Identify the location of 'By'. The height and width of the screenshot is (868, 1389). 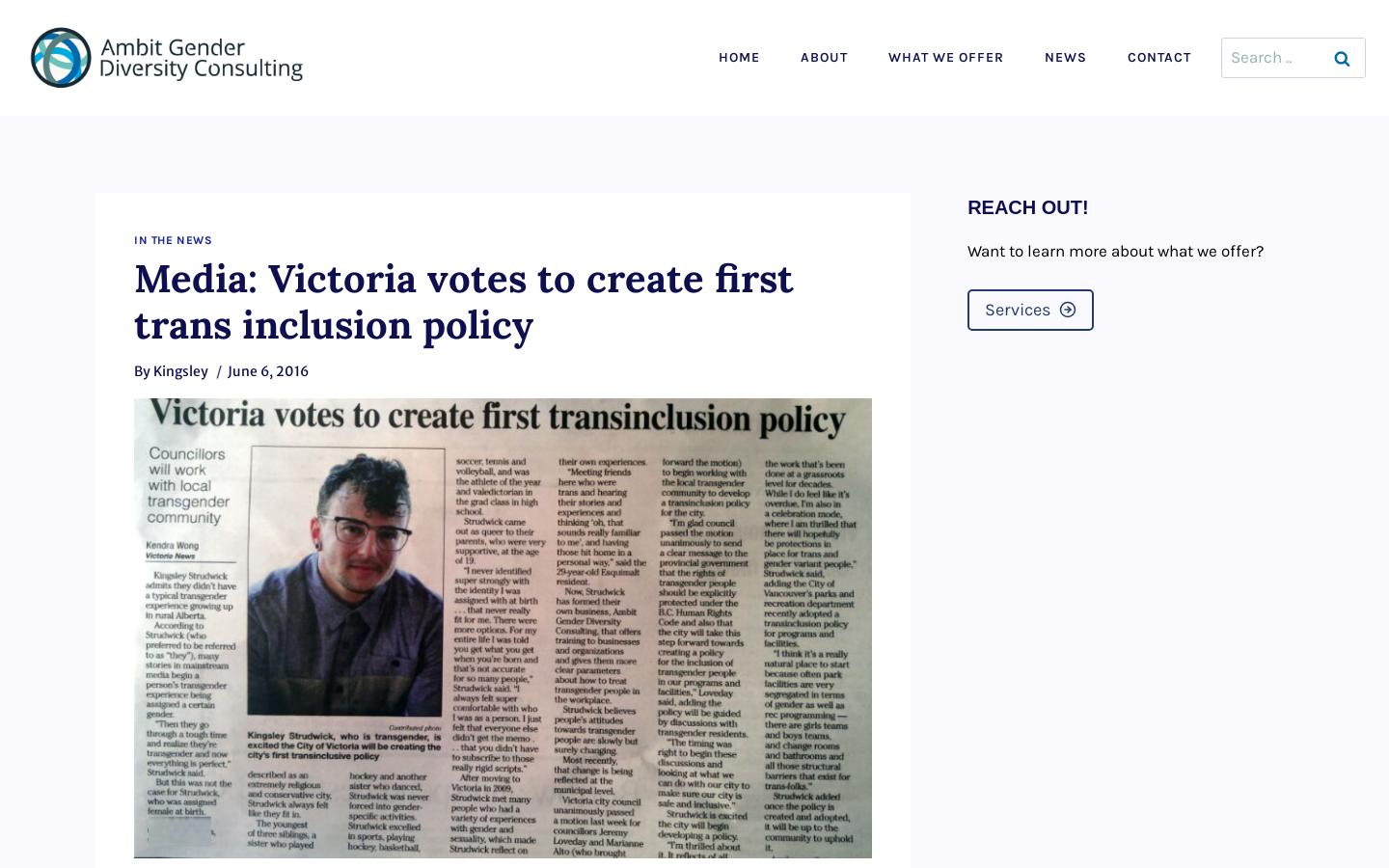
(132, 370).